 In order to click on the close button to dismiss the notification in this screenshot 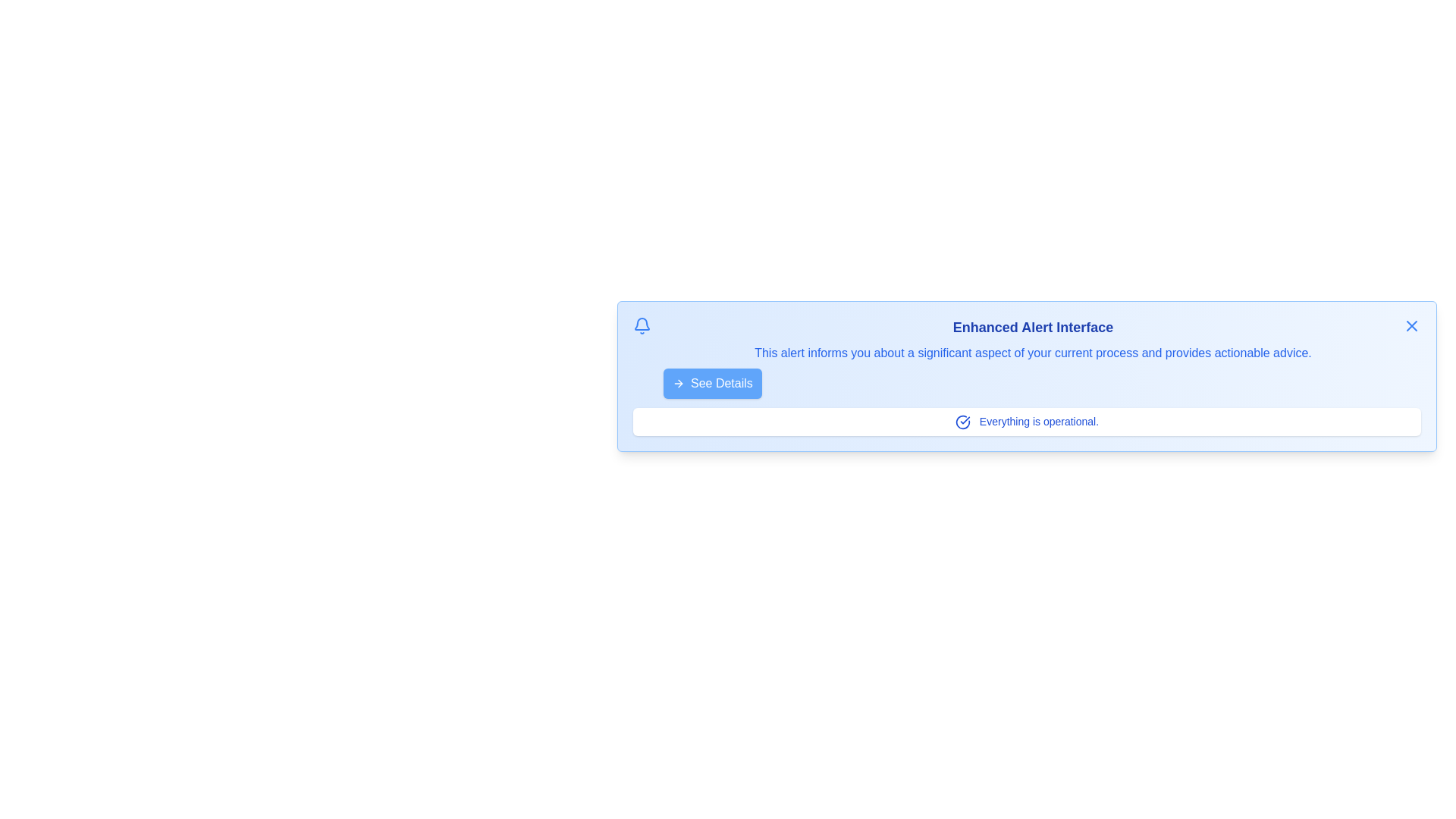, I will do `click(1411, 325)`.